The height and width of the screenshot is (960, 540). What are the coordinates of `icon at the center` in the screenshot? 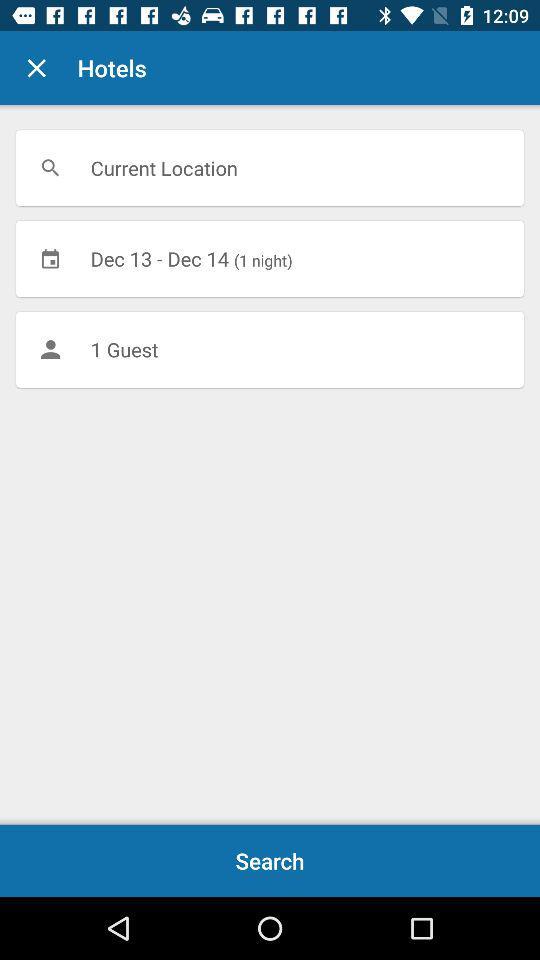 It's located at (270, 349).